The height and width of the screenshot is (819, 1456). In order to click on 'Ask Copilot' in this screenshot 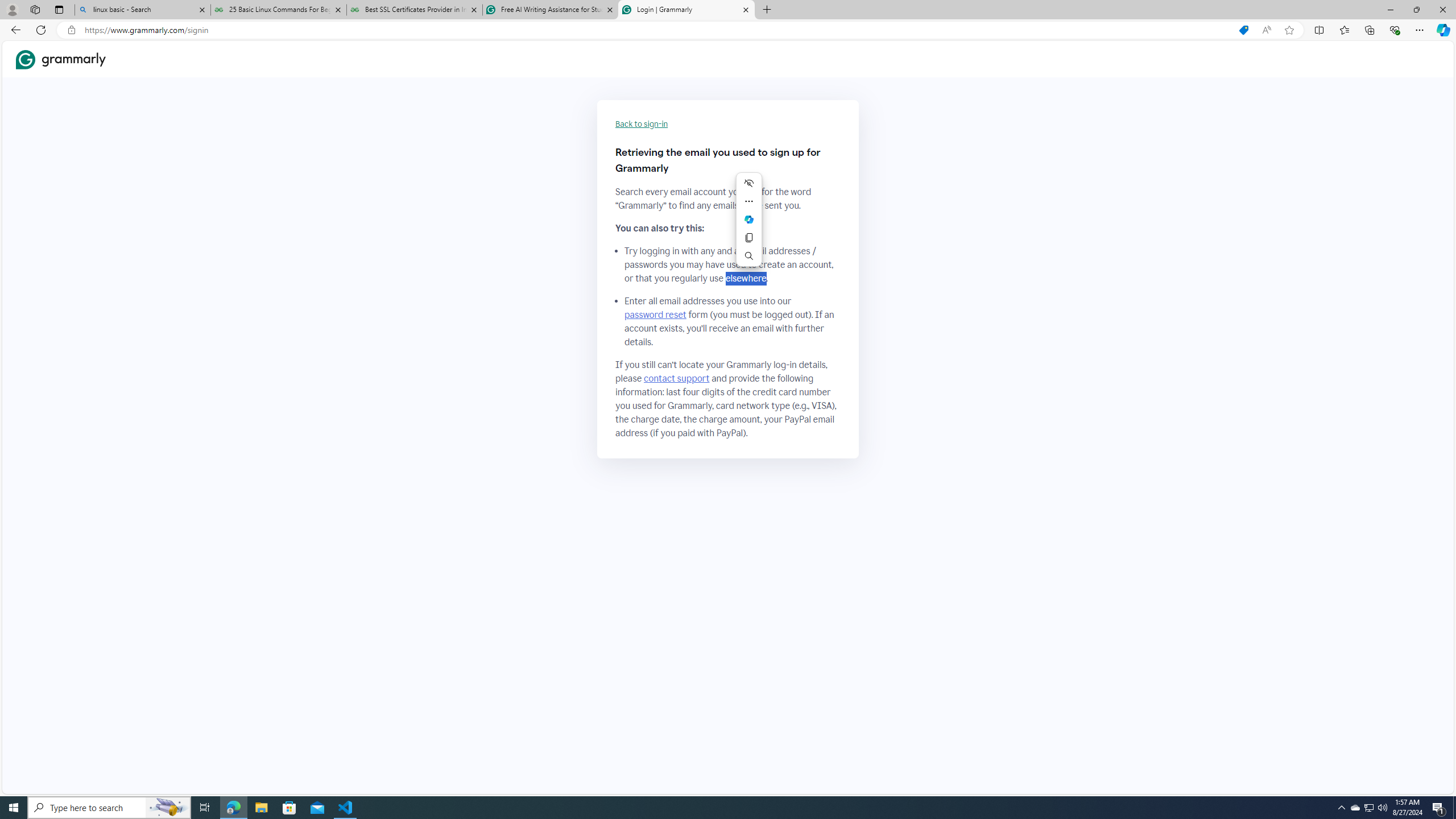, I will do `click(748, 218)`.